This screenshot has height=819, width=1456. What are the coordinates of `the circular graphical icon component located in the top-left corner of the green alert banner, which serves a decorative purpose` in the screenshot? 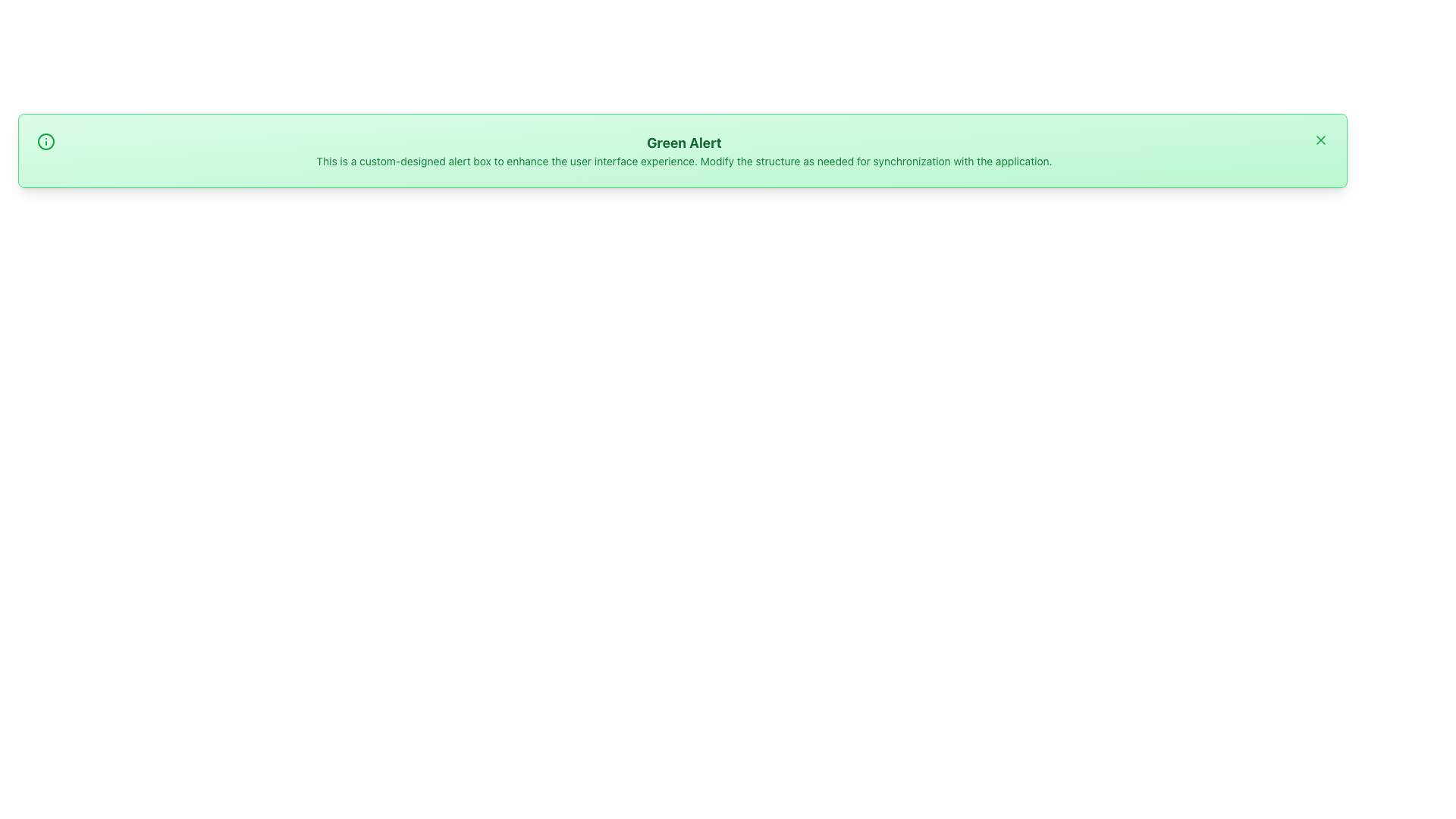 It's located at (46, 141).